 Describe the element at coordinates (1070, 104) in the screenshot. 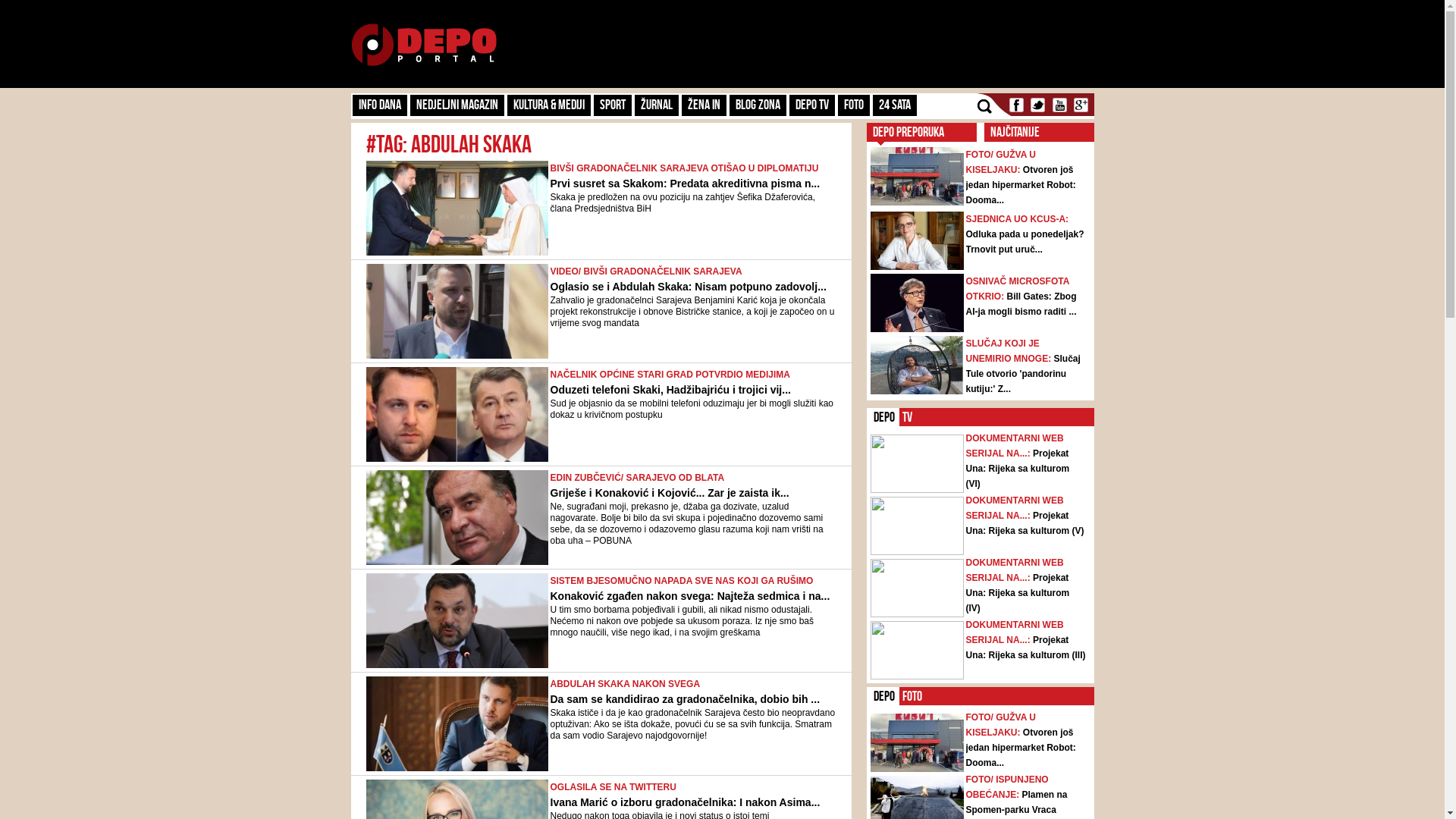

I see `'Gmail'` at that location.